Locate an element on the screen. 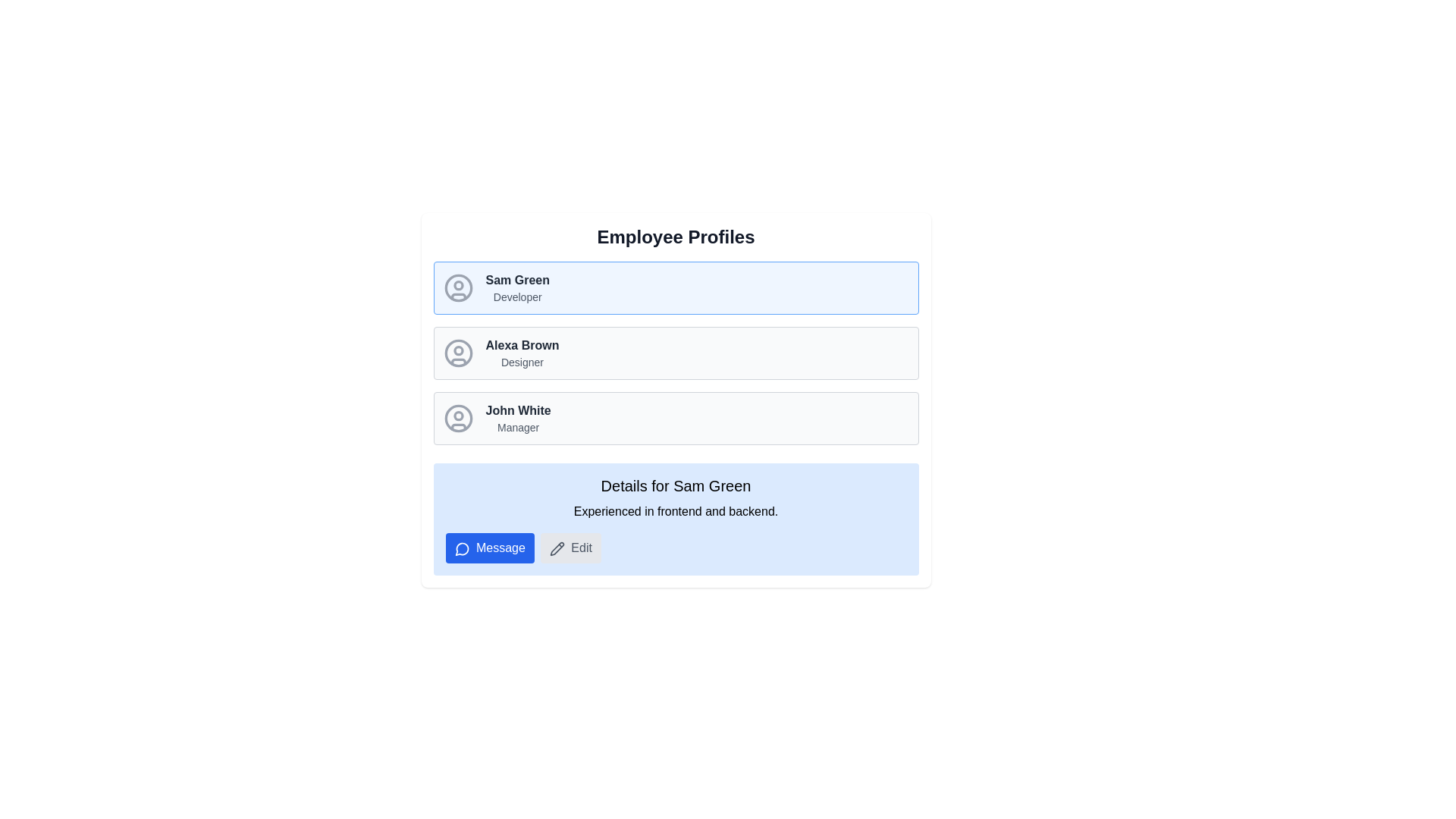 This screenshot has width=1456, height=819. the heading element that introduces the content about 'Sam Green', located at the top of the blue-colored section in the lower half of the interface is located at coordinates (675, 485).